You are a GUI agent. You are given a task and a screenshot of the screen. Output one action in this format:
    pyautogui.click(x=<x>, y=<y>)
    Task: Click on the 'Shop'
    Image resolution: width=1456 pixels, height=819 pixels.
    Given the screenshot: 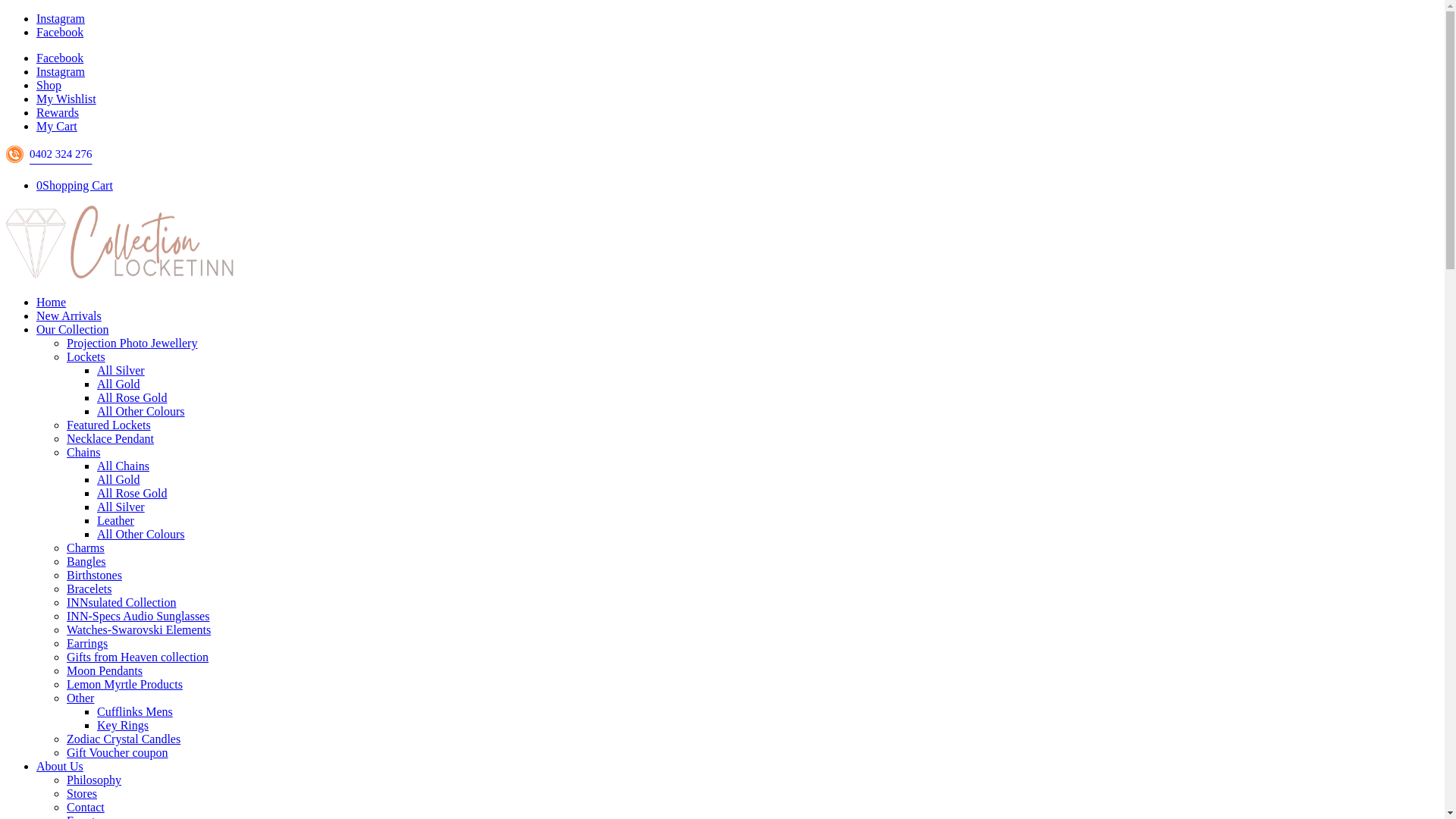 What is the action you would take?
    pyautogui.click(x=36, y=85)
    